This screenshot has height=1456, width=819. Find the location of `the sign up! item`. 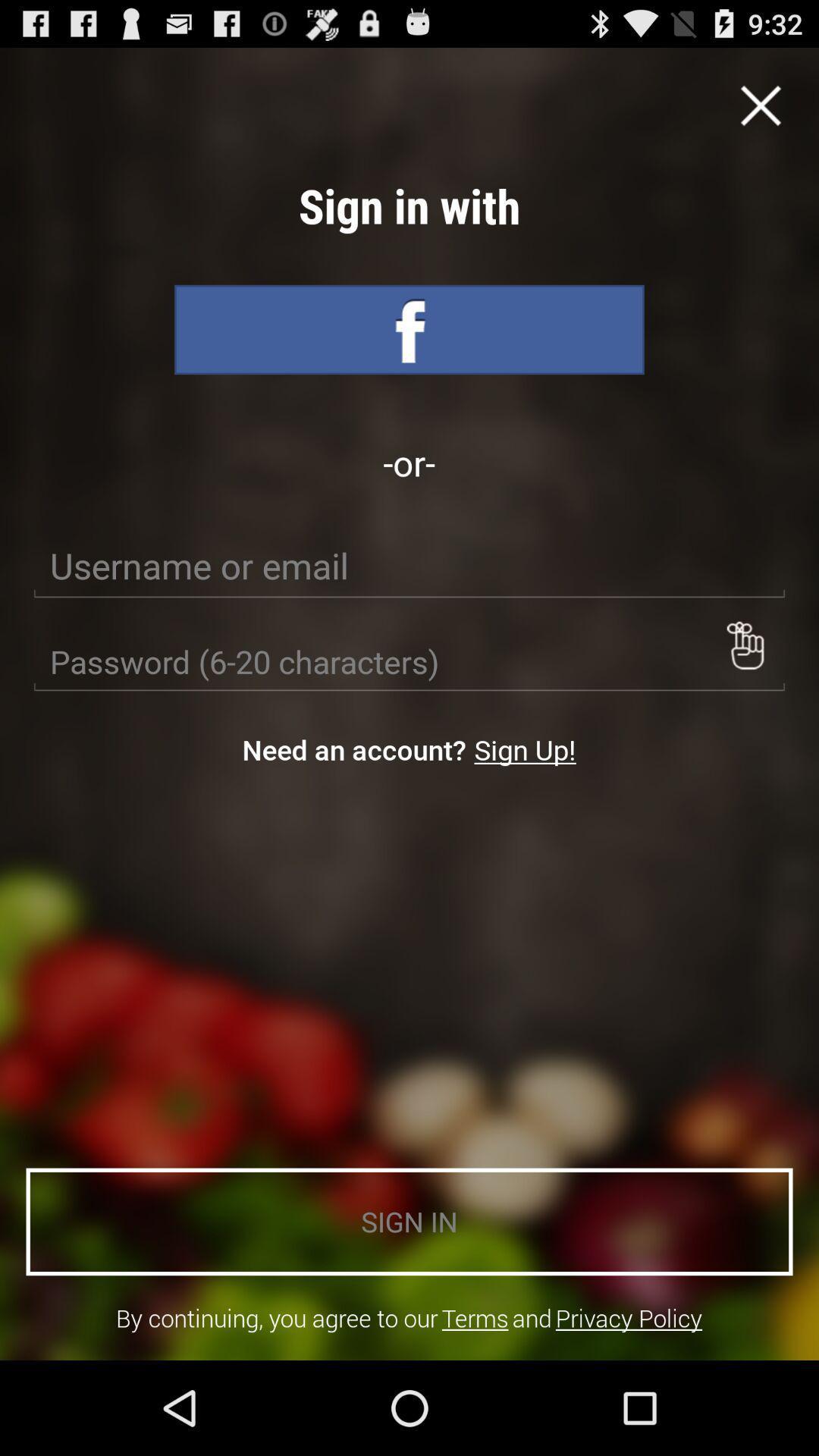

the sign up! item is located at coordinates (524, 749).